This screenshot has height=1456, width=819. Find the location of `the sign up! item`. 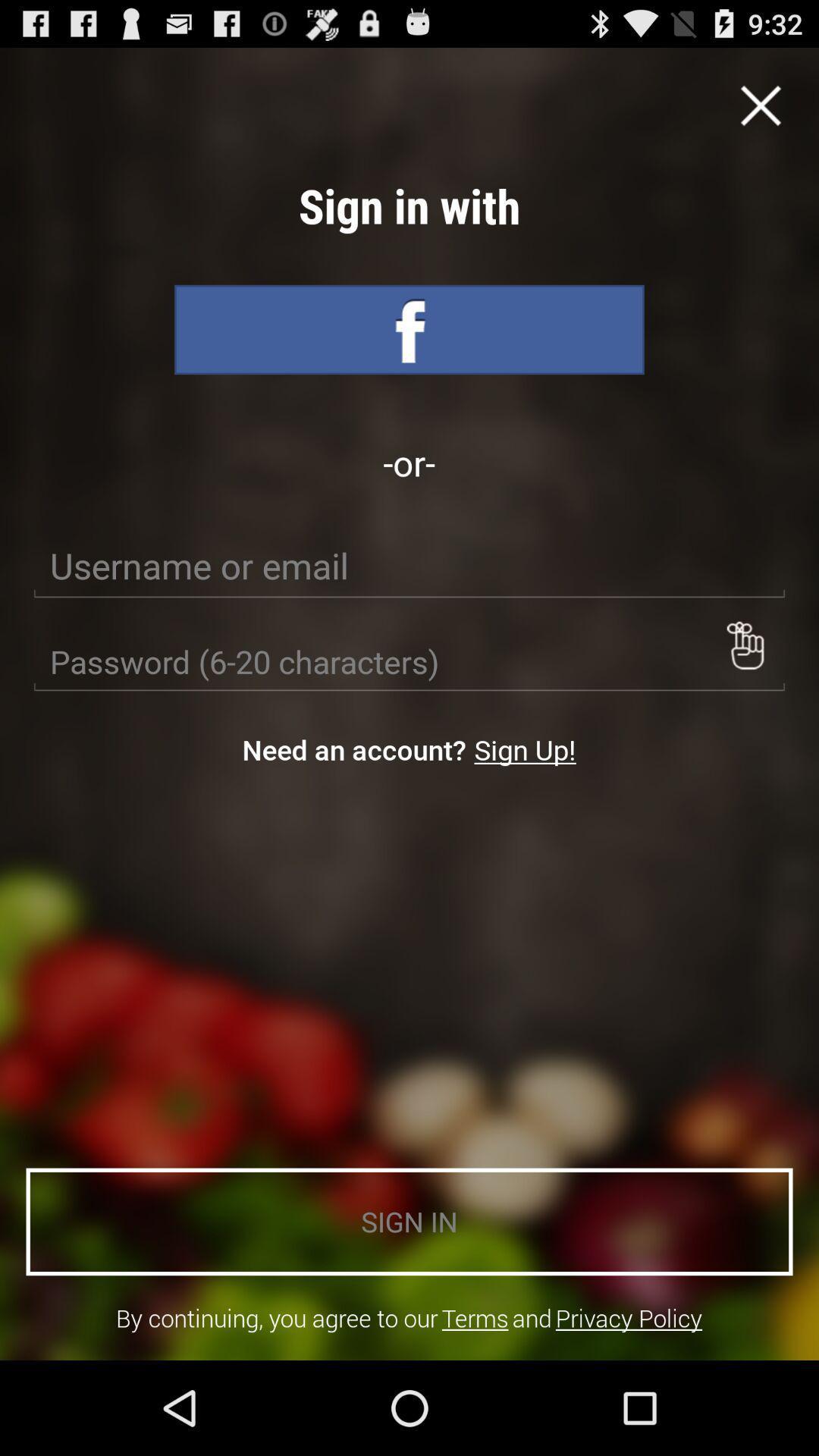

the sign up! item is located at coordinates (524, 749).